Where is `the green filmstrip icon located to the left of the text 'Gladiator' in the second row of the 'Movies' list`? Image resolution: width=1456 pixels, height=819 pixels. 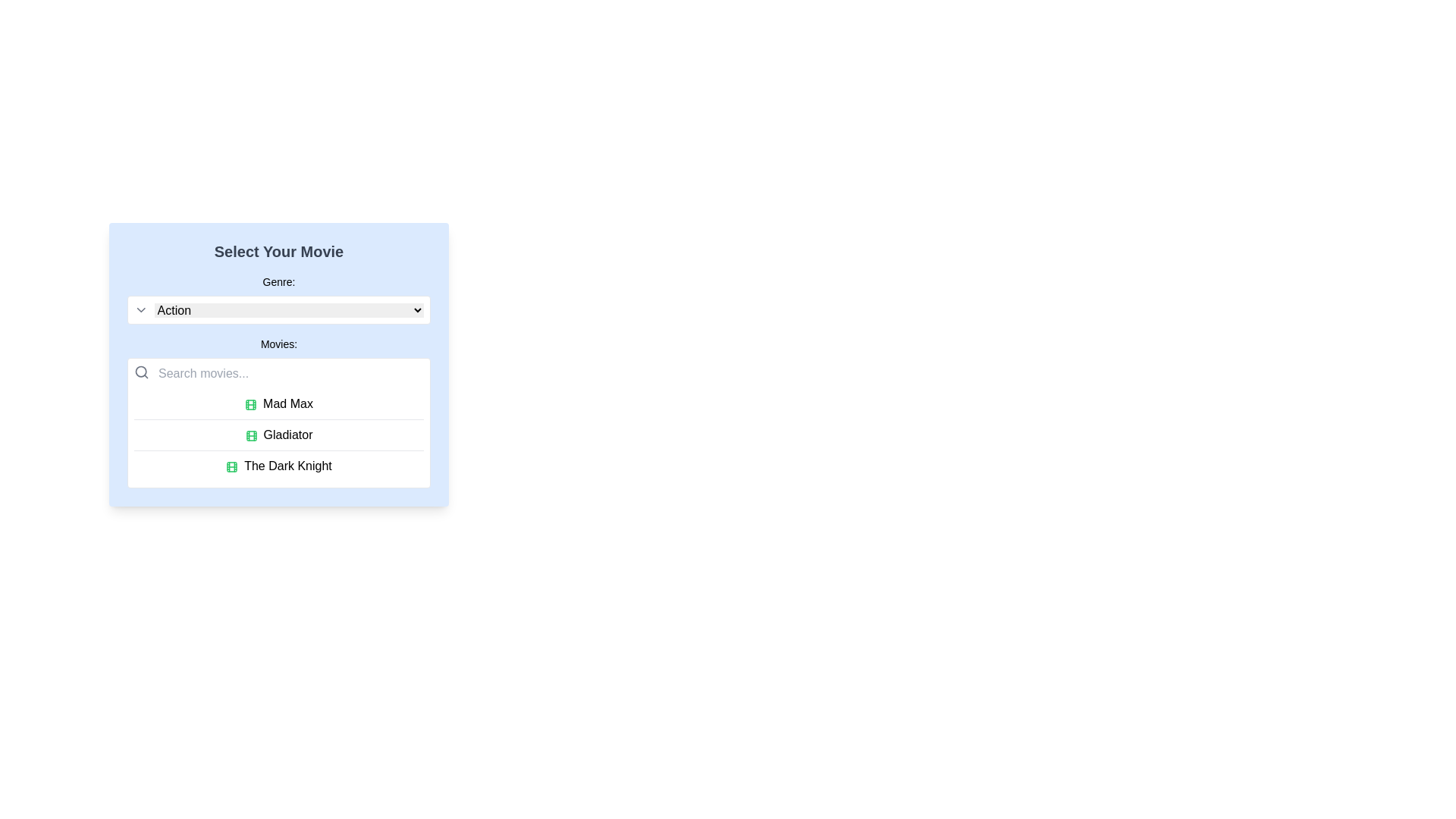
the green filmstrip icon located to the left of the text 'Gladiator' in the second row of the 'Movies' list is located at coordinates (251, 435).